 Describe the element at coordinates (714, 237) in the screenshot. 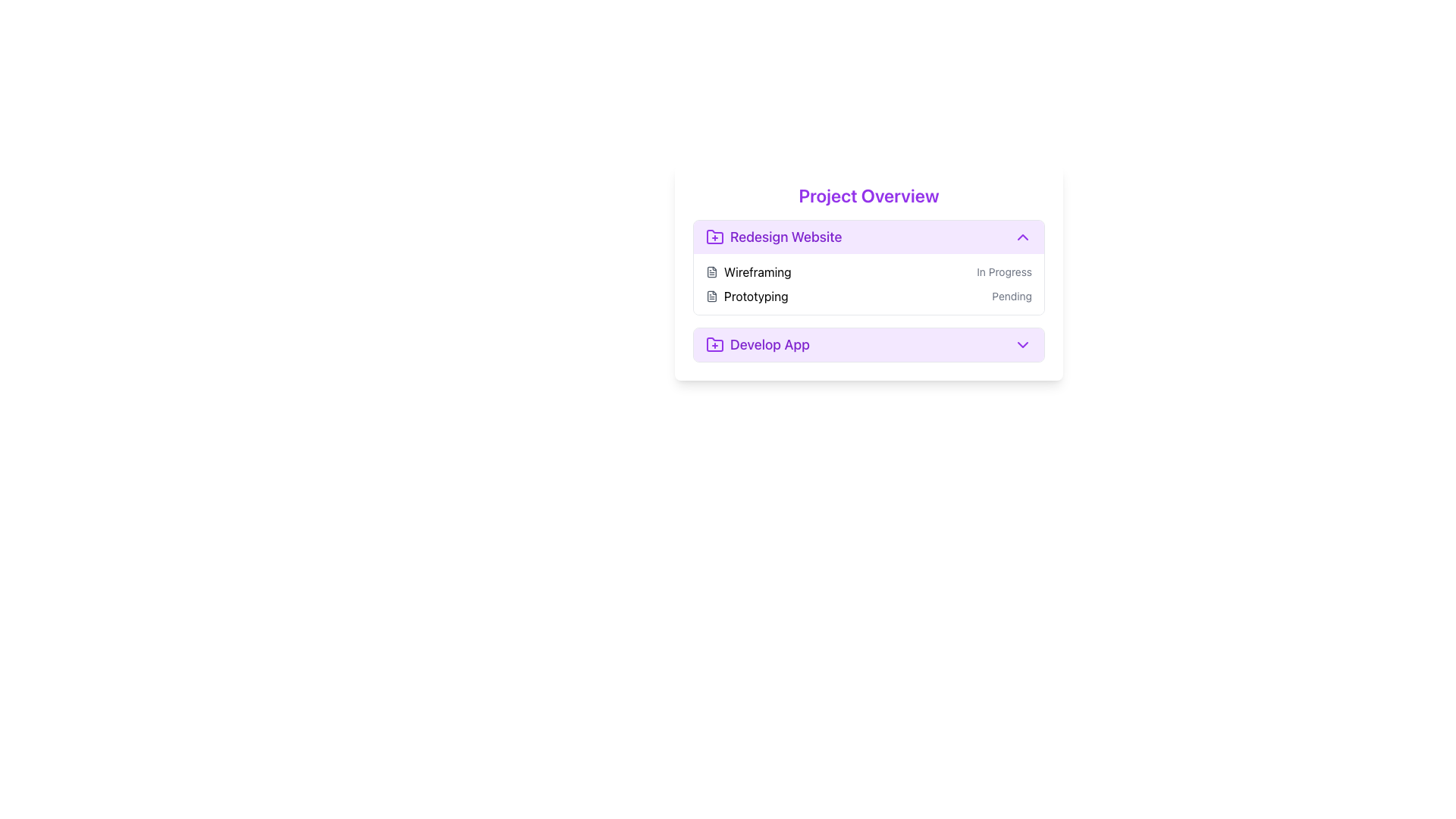

I see `the purple folder icon with a plus sign overlay located to the left of the text 'Redesign Website' in the header area under 'Project Overview'` at that location.